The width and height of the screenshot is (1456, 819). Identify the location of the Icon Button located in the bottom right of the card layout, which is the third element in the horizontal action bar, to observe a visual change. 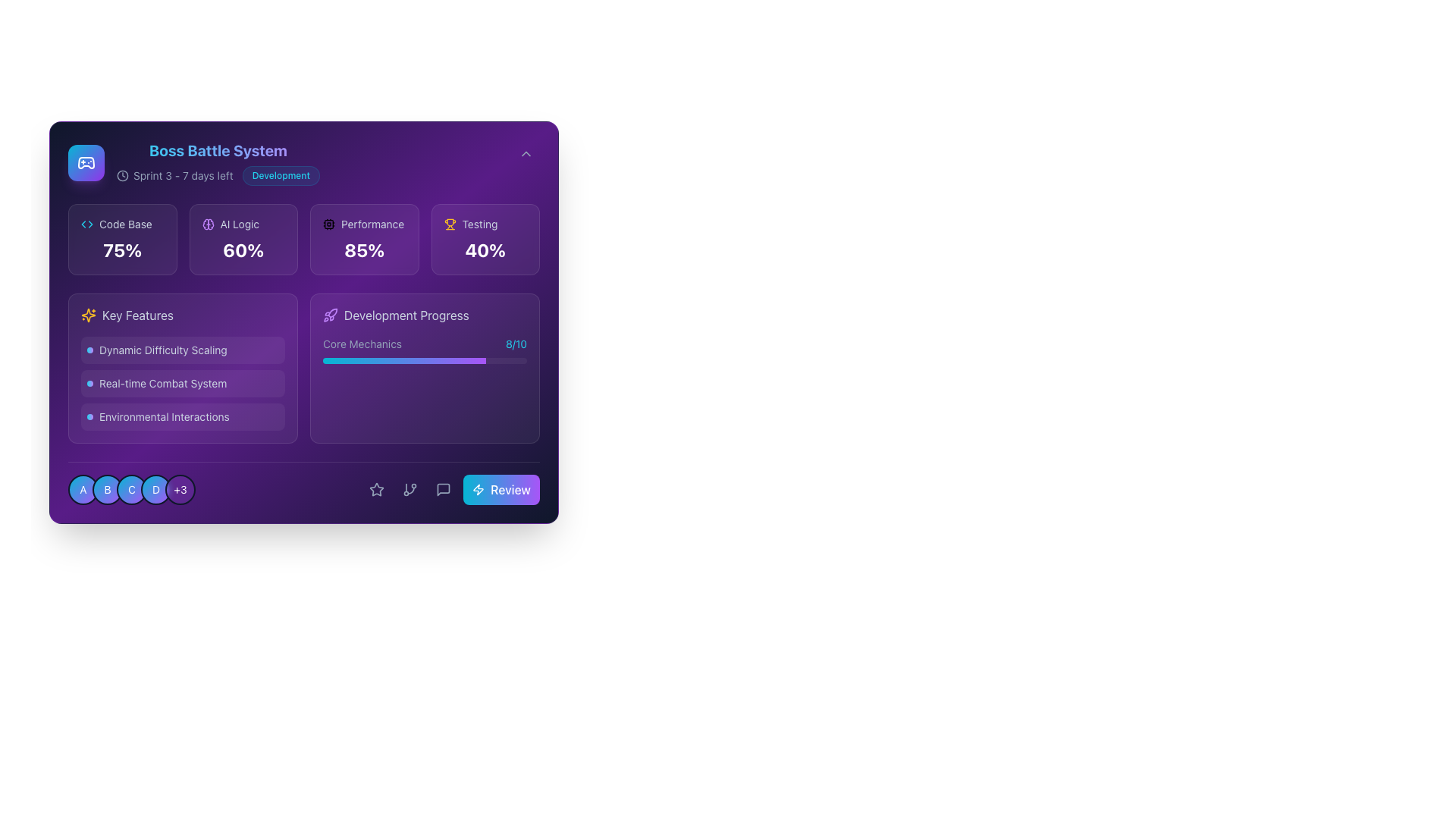
(410, 489).